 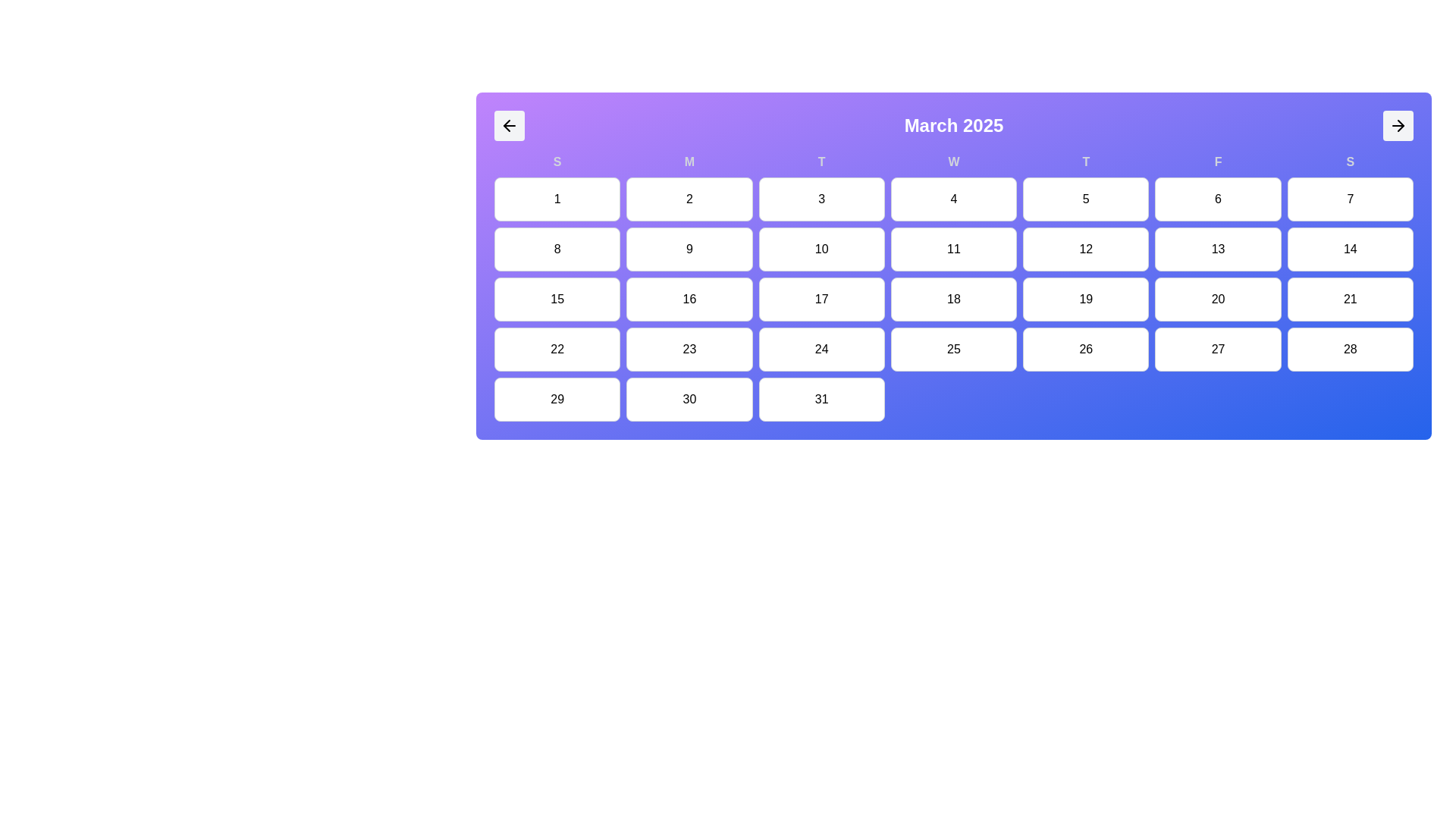 I want to click on the square button with a white background and the bold number '4' centered in it, so click(x=952, y=198).